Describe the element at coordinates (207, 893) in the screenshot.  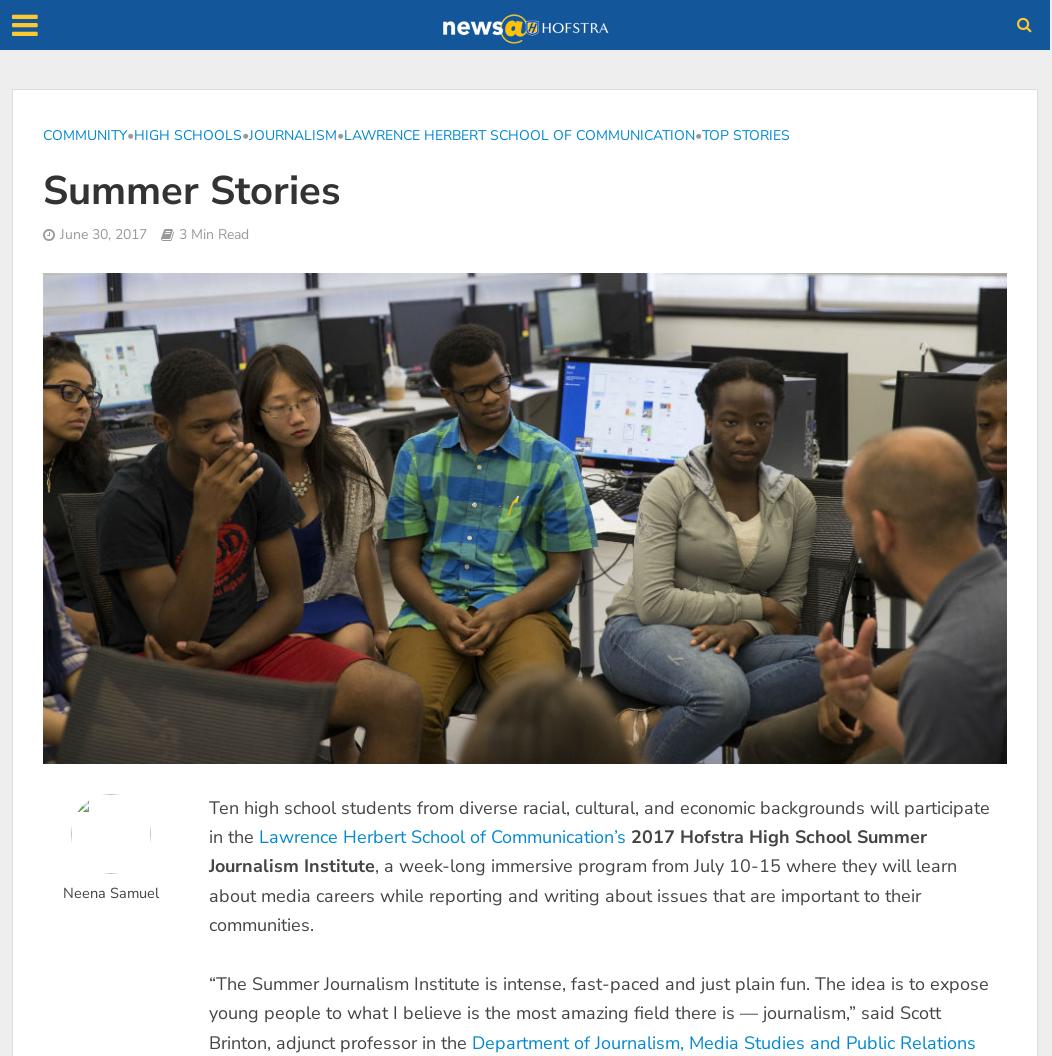
I see `', a week-long immersive program from July 10-15 where they will learn about media careers while reporting and writing about issues that are important to their communities.'` at that location.